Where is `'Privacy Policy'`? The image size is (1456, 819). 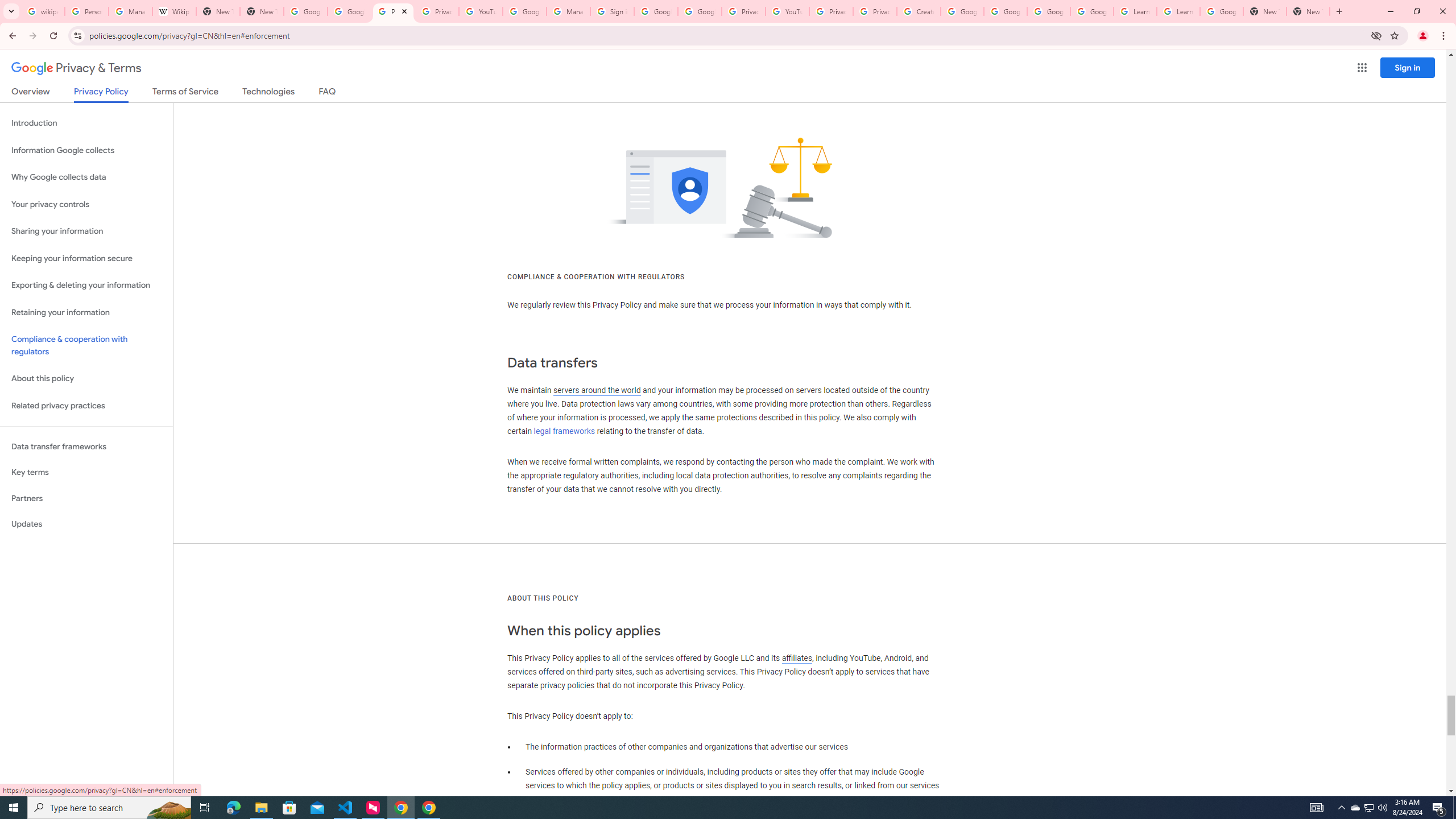
'Privacy Policy' is located at coordinates (100, 94).